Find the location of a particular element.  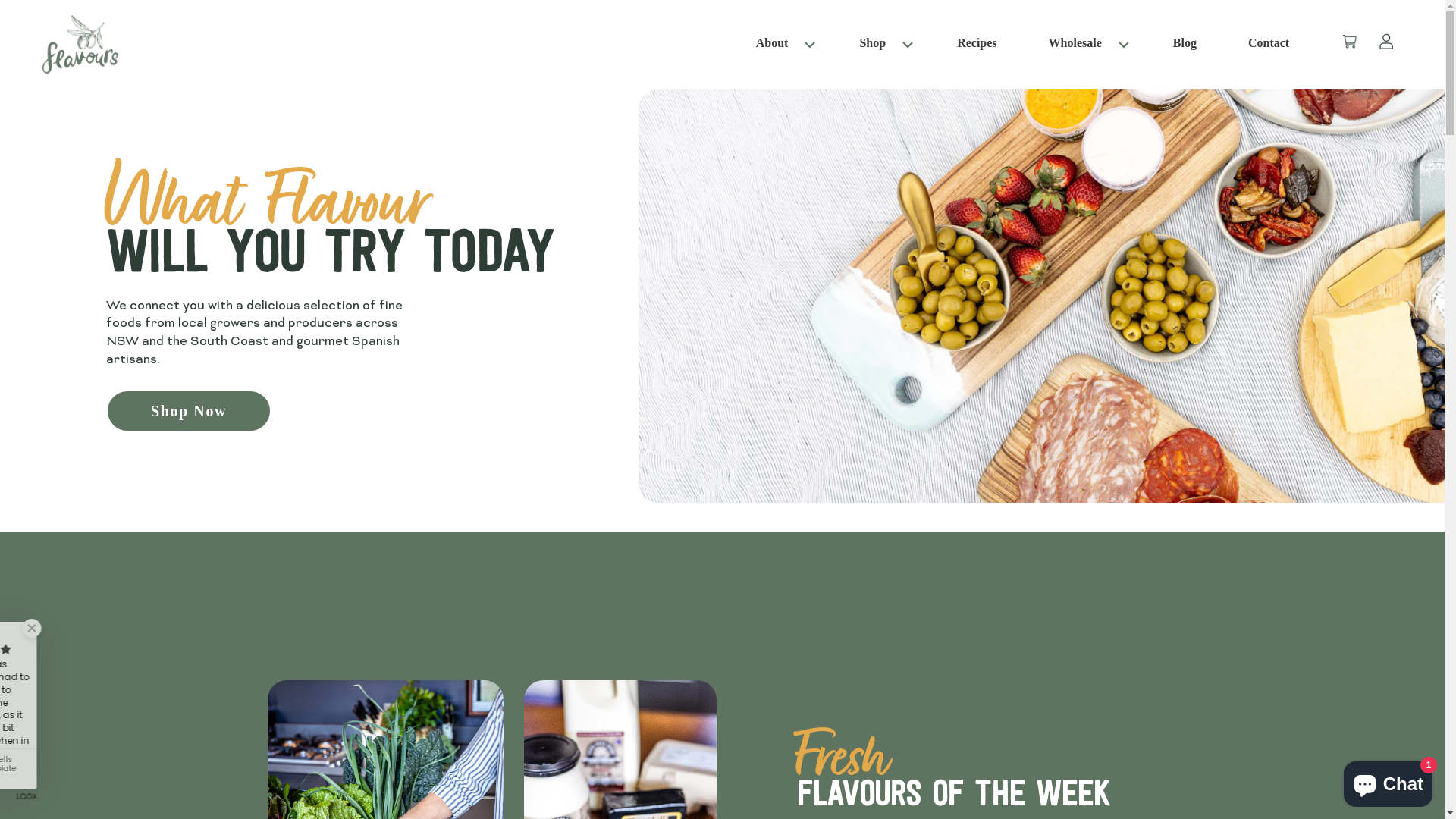

'Shop' is located at coordinates (872, 42).